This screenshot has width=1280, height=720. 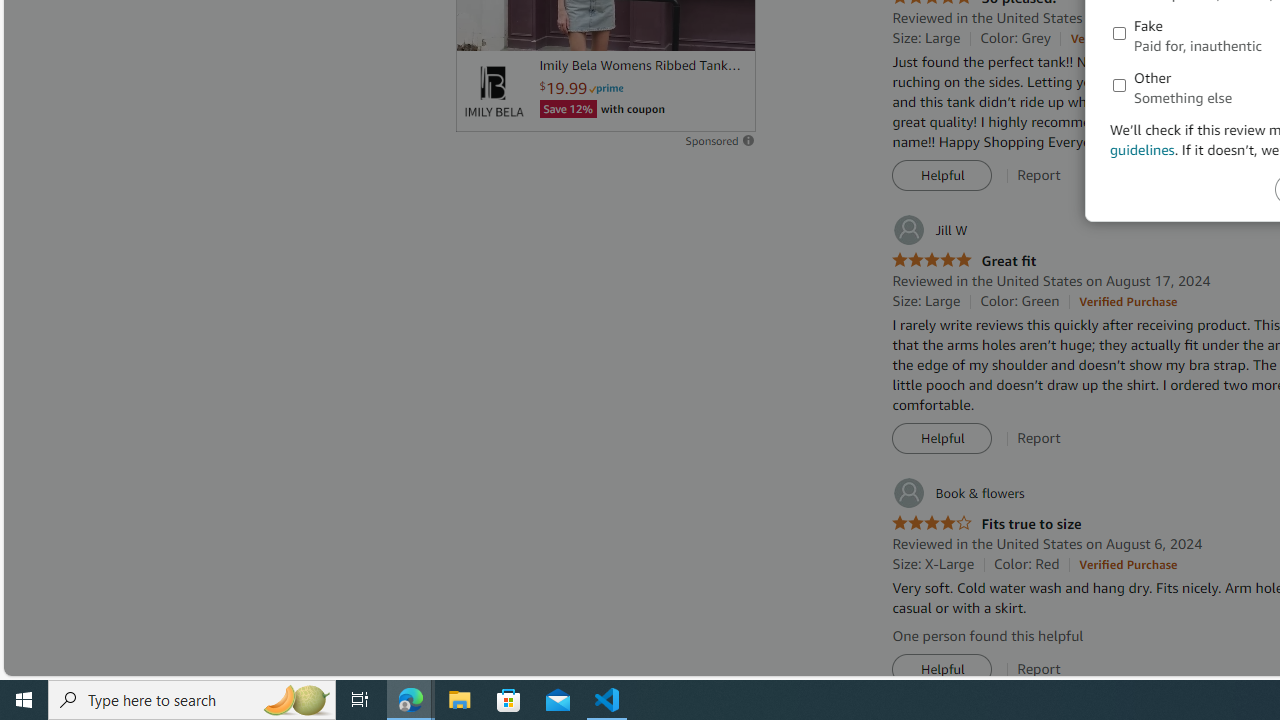 What do you see at coordinates (605, 87) in the screenshot?
I see `'Prime'` at bounding box center [605, 87].